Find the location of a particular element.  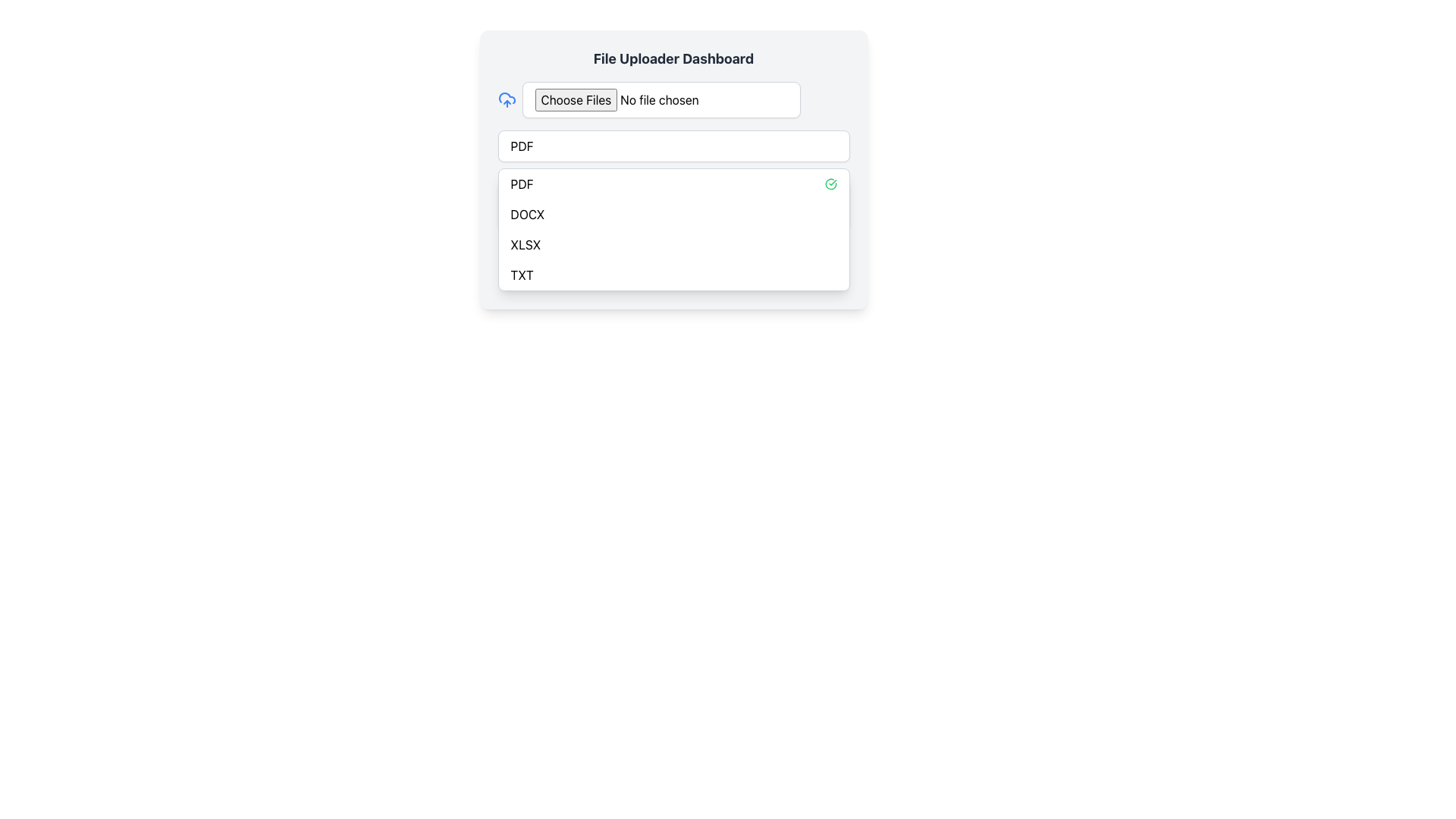

the File Upload Input located to the right of the cloud upload icon is located at coordinates (661, 99).